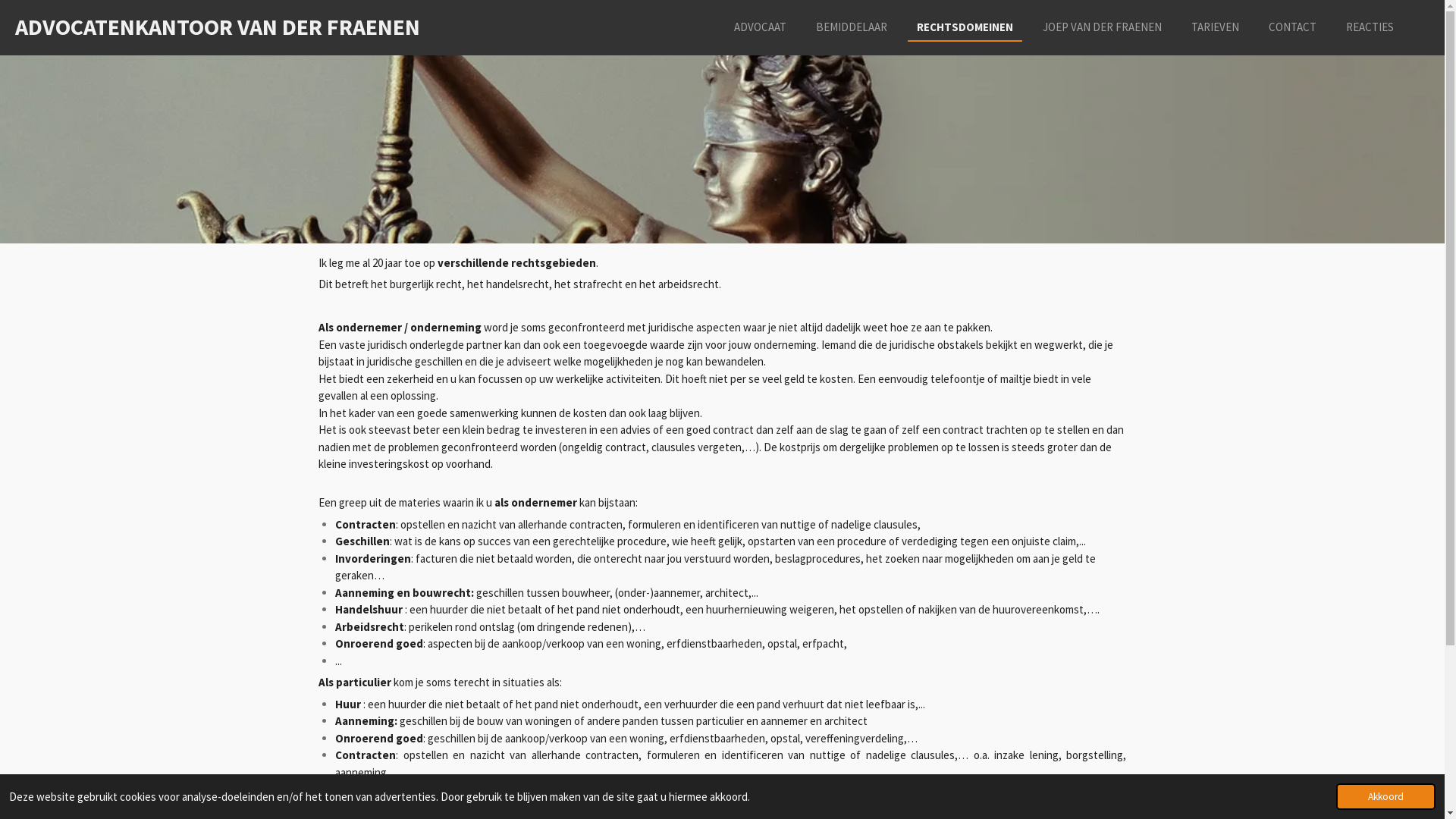 Image resolution: width=1456 pixels, height=819 pixels. Describe the element at coordinates (1102, 27) in the screenshot. I see `'JOEP VAN DER FRAENEN'` at that location.